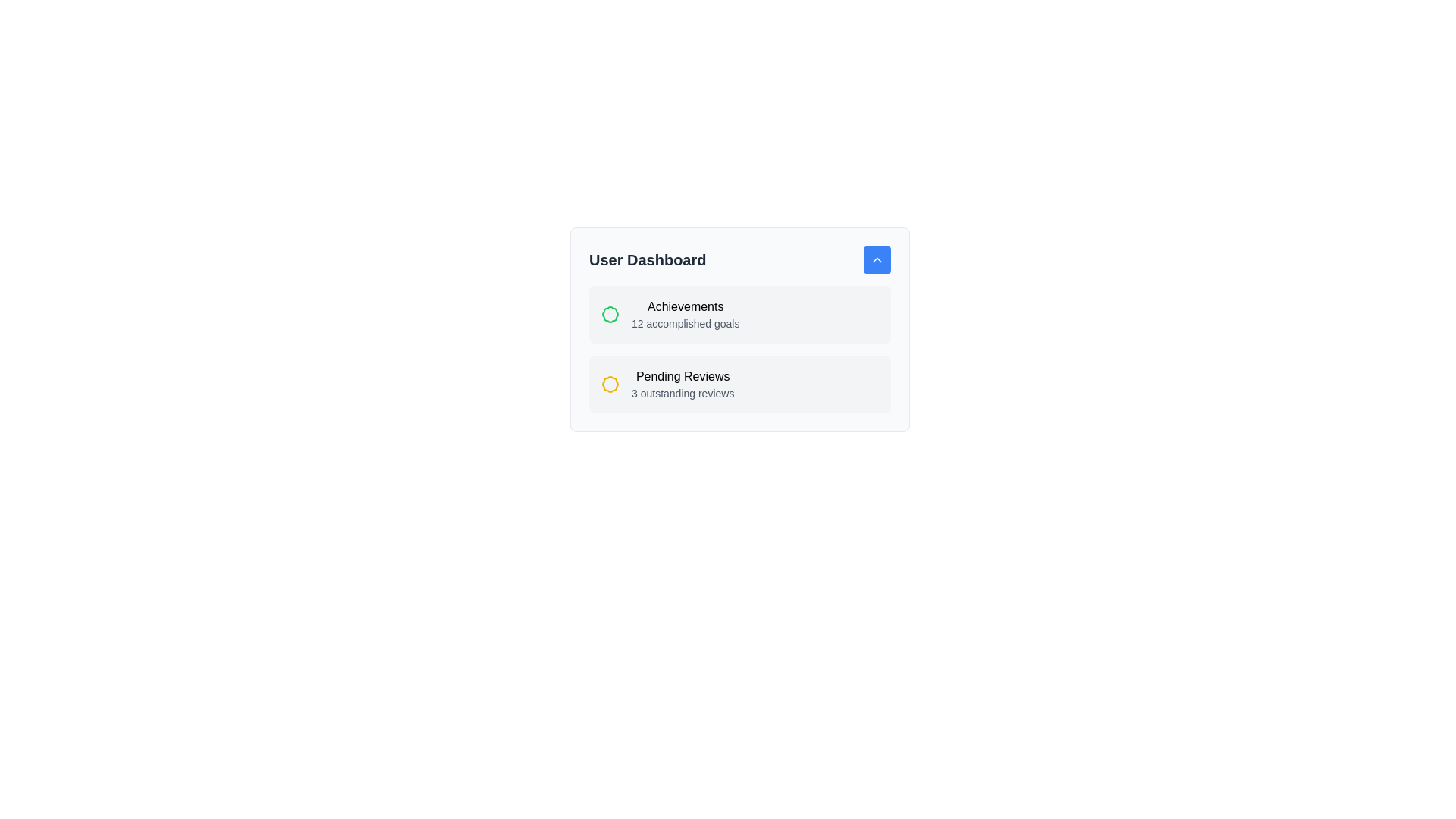 Image resolution: width=1456 pixels, height=819 pixels. What do you see at coordinates (610, 383) in the screenshot?
I see `the yellow badge icon located to the left of the 'Pending Reviews' label in the dashboard section` at bounding box center [610, 383].